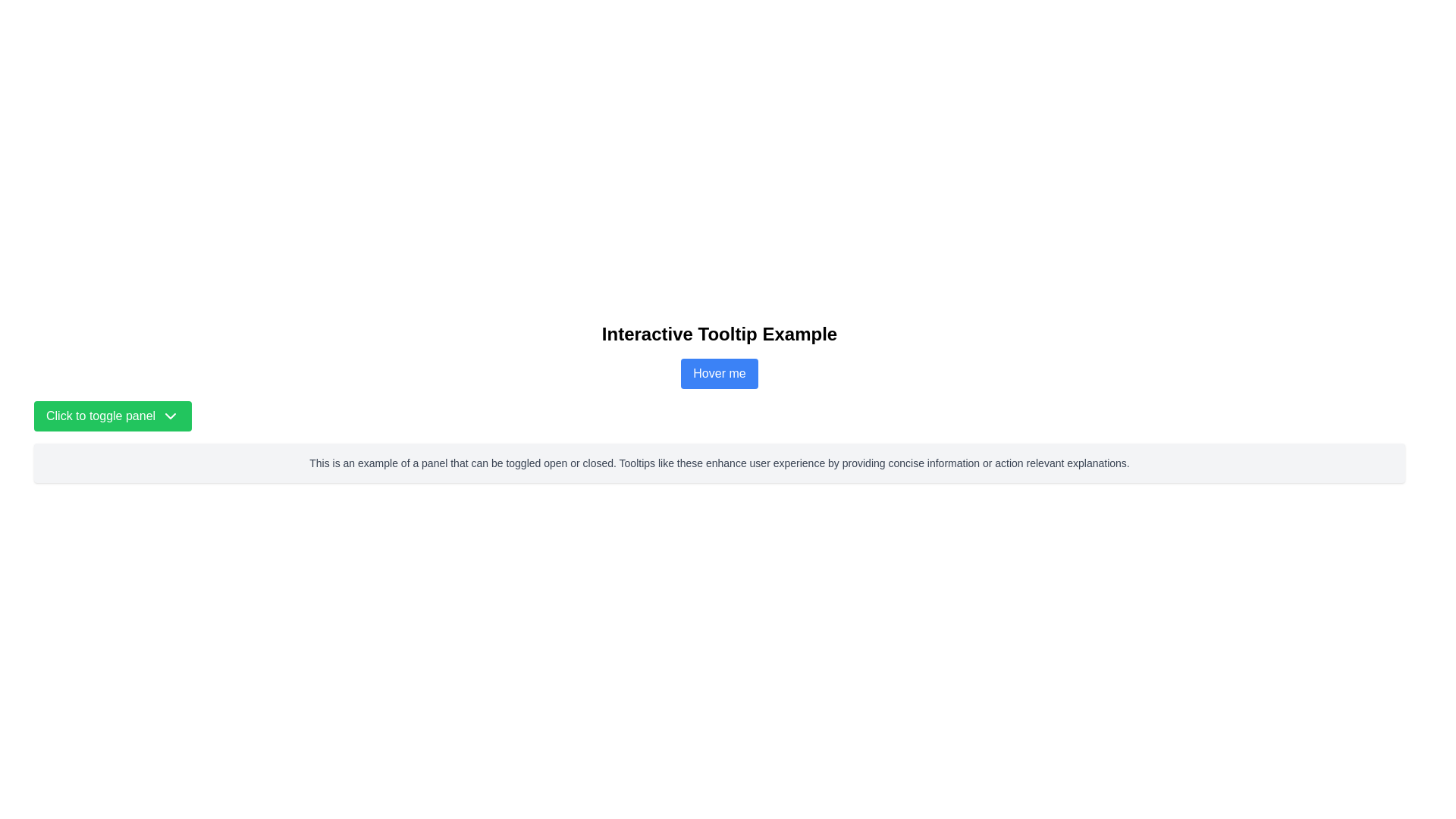  What do you see at coordinates (719, 462) in the screenshot?
I see `descriptive text block that informs users about the functionality and benefits of tooltips, which is centrally located within a larger gray box below the green 'Click to toggle panel' button and the blue 'Hover me' button` at bounding box center [719, 462].